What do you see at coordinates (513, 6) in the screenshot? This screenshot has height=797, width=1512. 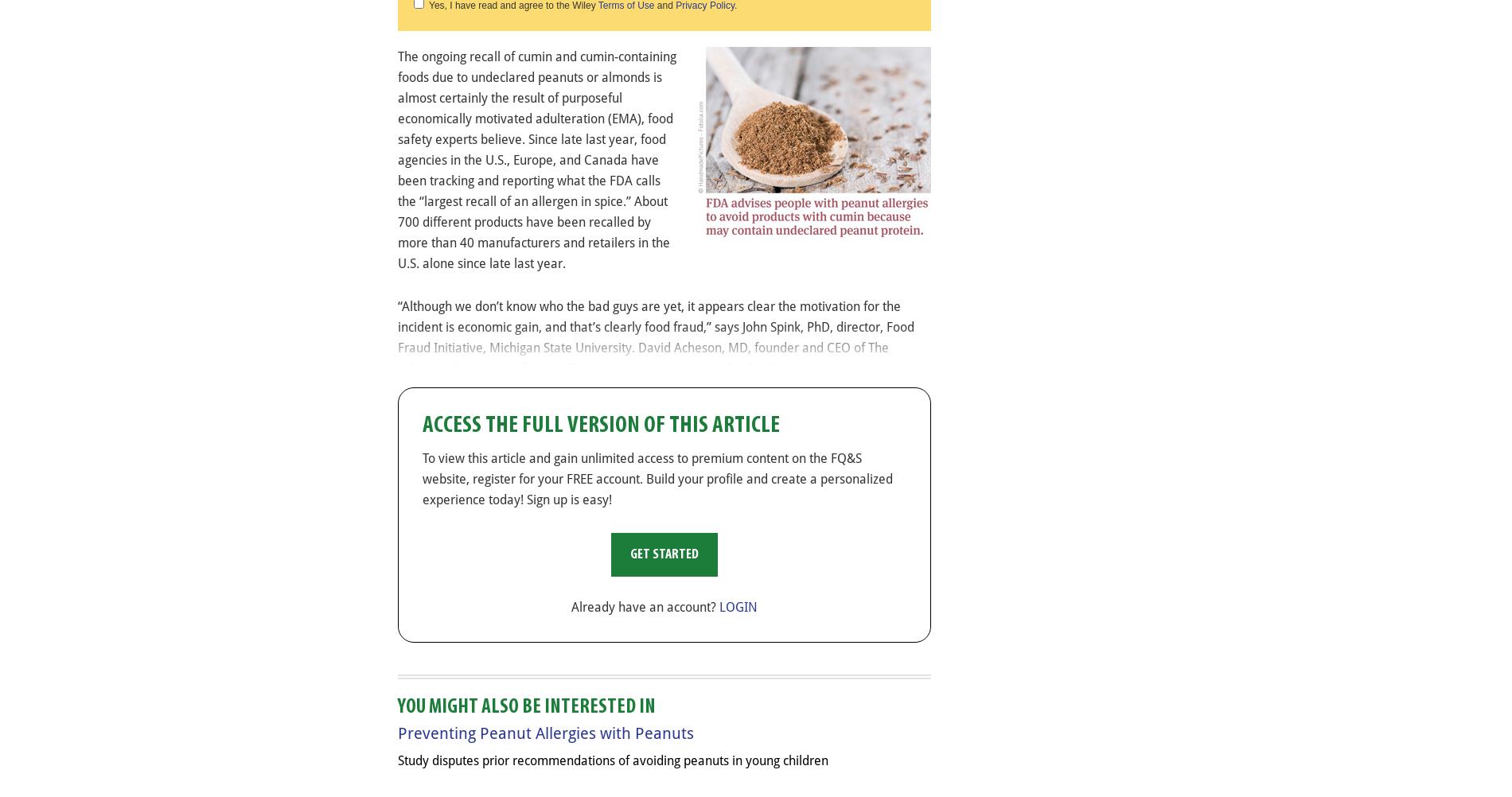 I see `'Yes, I have read and agree to the Wiley'` at bounding box center [513, 6].